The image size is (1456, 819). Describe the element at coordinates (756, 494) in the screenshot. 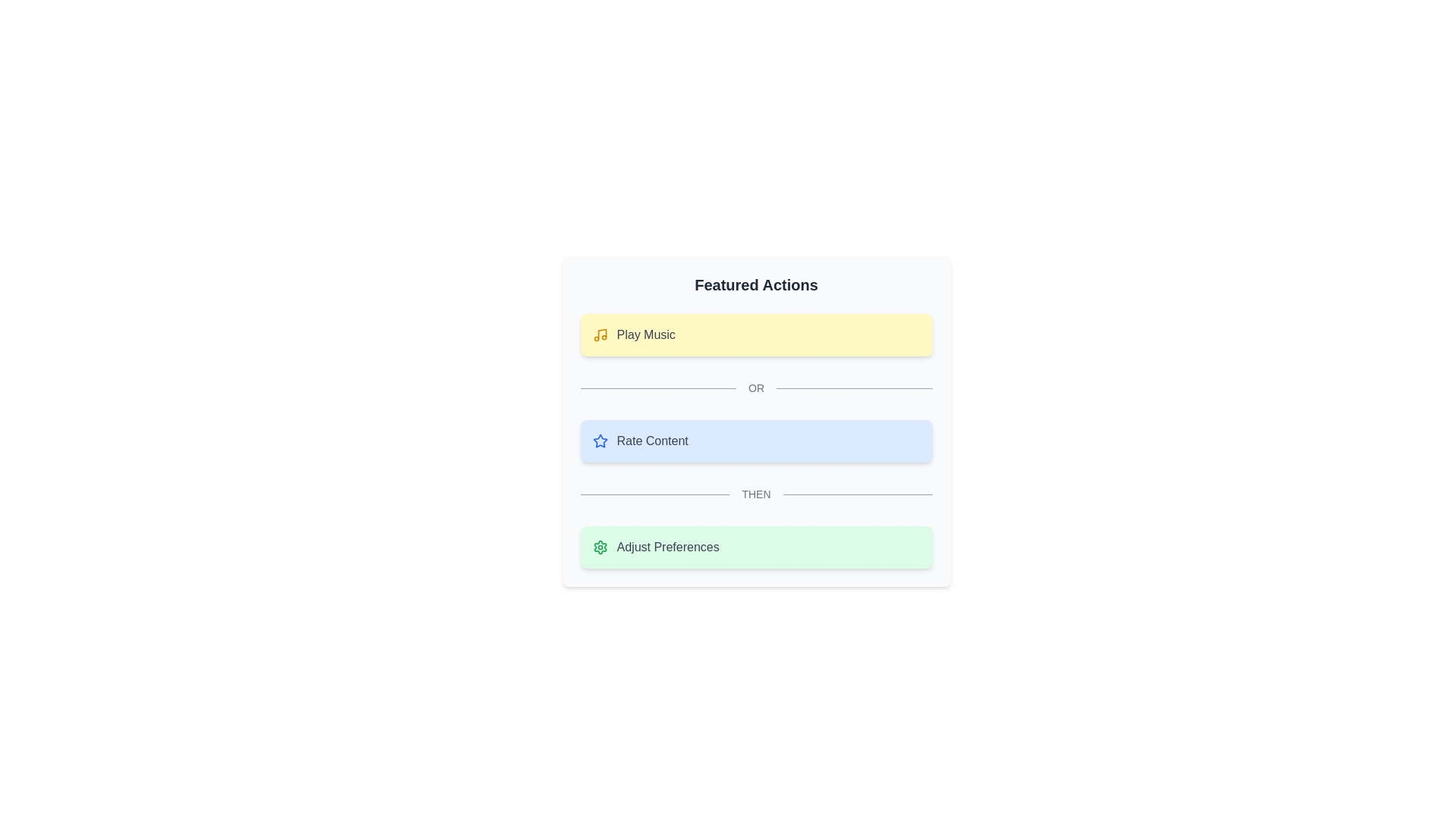

I see `the text separator containing the word 'THEN', which is a minimalistic styled element with gray color, located between 'Rate Content' and 'Adjust Preferences'` at that location.